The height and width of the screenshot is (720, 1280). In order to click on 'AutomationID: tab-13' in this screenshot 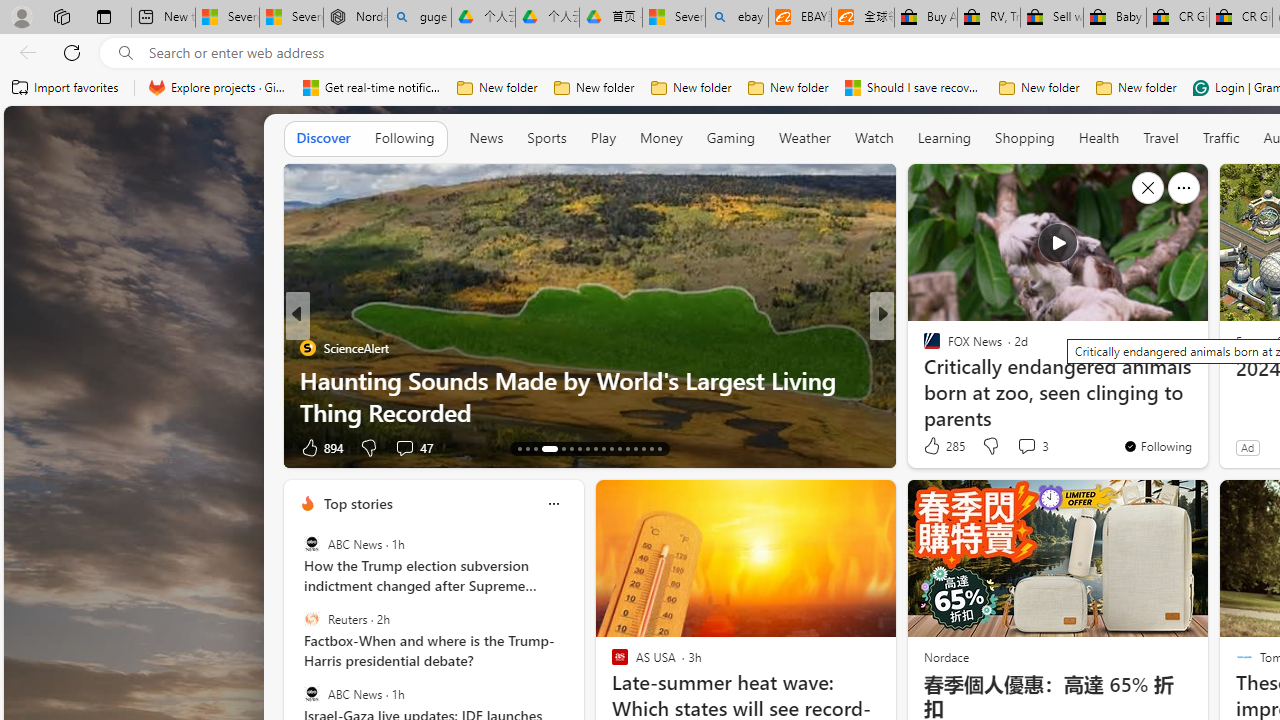, I will do `click(519, 447)`.